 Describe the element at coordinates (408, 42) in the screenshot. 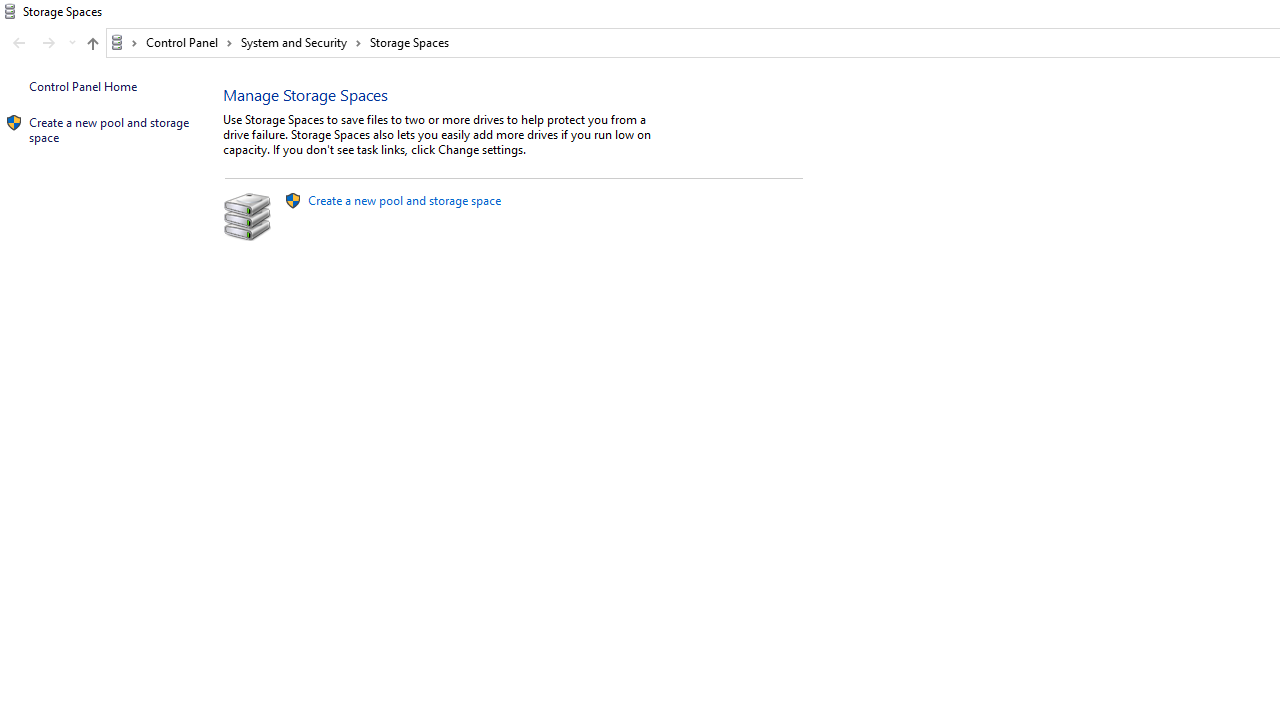

I see `'Storage Spaces'` at that location.